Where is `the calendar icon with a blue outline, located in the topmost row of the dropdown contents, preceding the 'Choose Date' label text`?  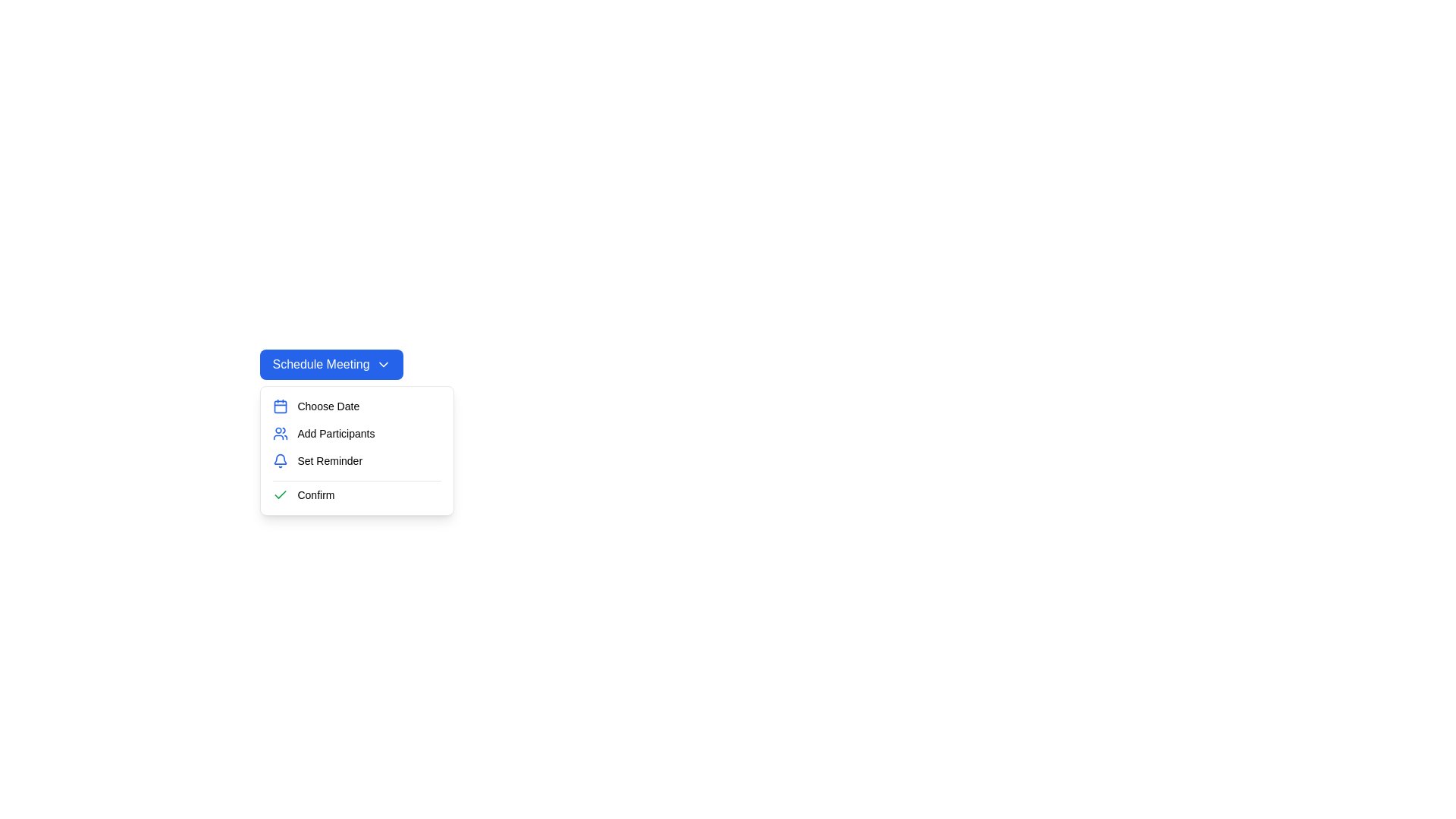 the calendar icon with a blue outline, located in the topmost row of the dropdown contents, preceding the 'Choose Date' label text is located at coordinates (281, 406).